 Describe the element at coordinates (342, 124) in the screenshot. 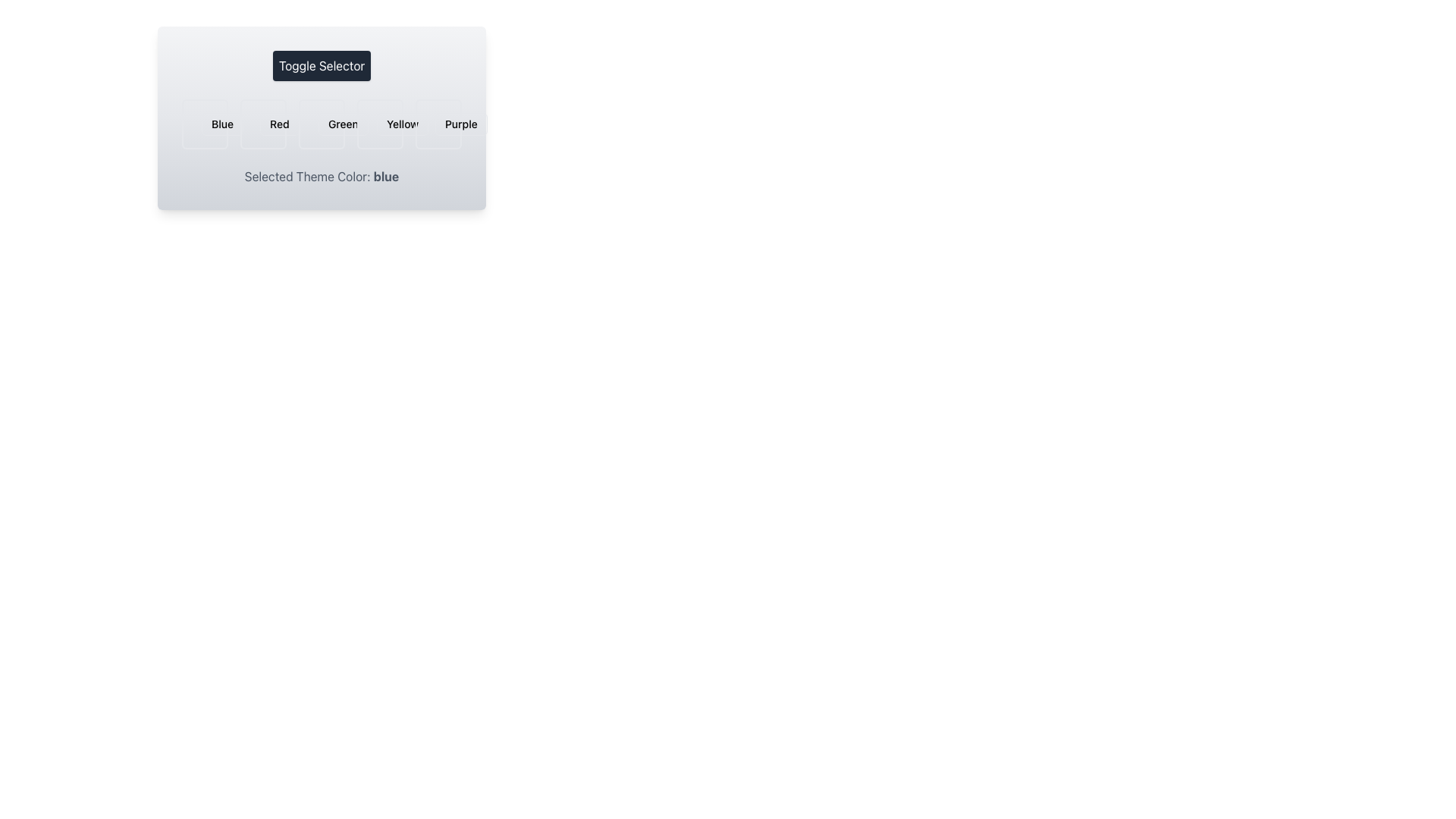

I see `the 'Green' button in the toggle selector` at that location.